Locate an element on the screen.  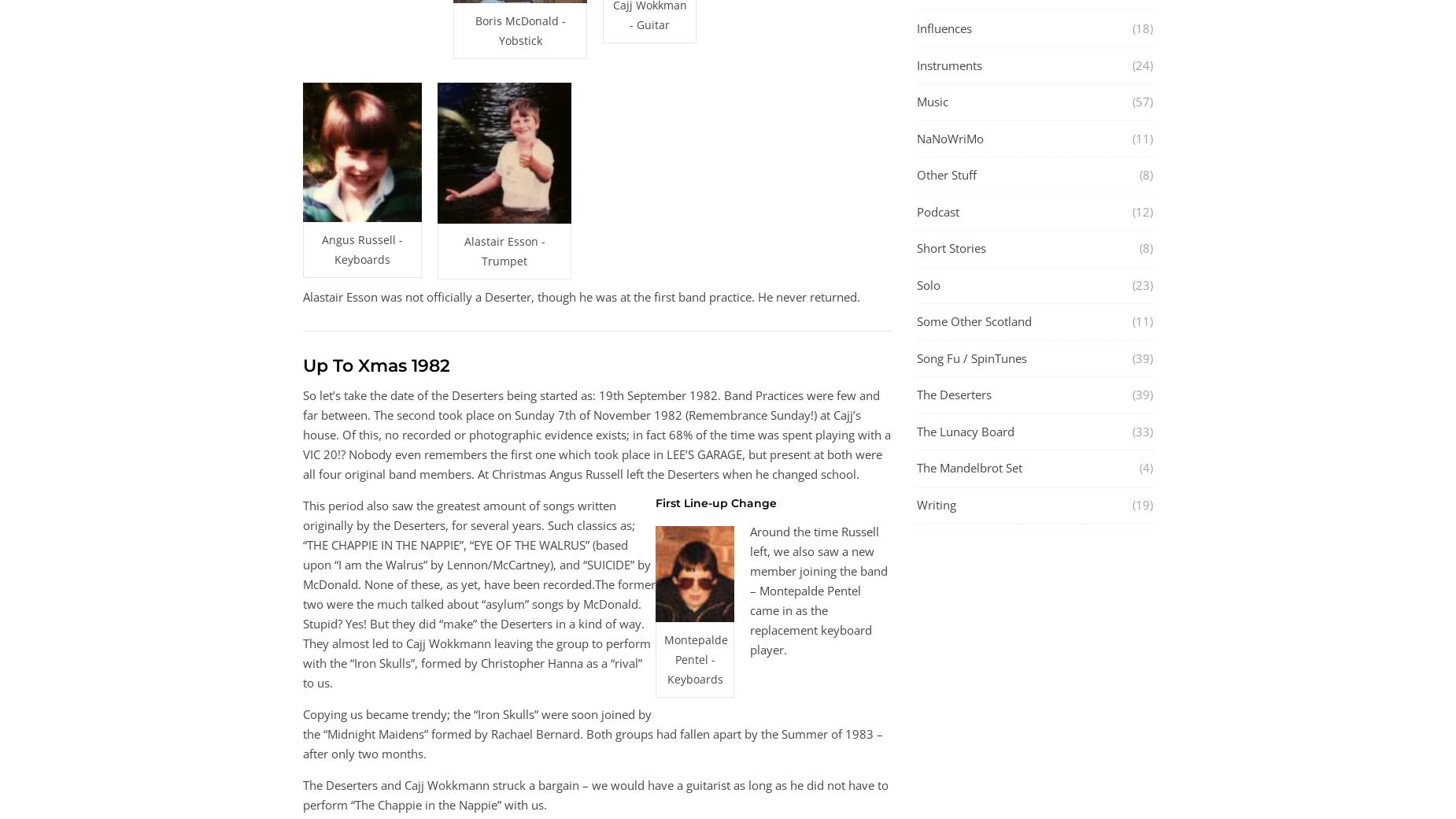
'Alastair Esson was not officially a Deserter, though he was at the first band practice. He never returned.' is located at coordinates (301, 295).